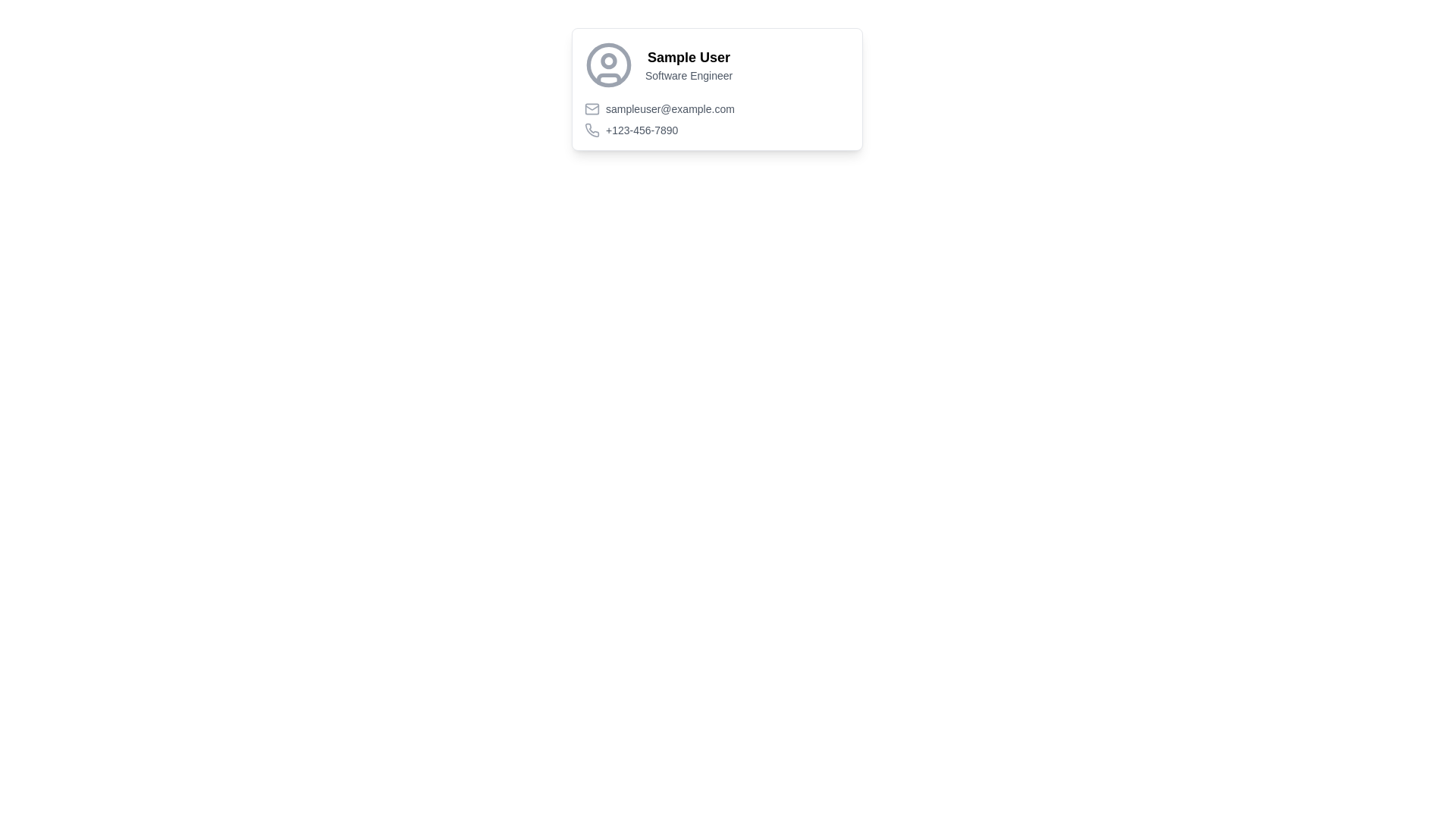 Image resolution: width=1456 pixels, height=819 pixels. What do you see at coordinates (608, 60) in the screenshot?
I see `the SVG Circle representing the user's face in the profile icon, located at the center top area of the circular user profile image` at bounding box center [608, 60].